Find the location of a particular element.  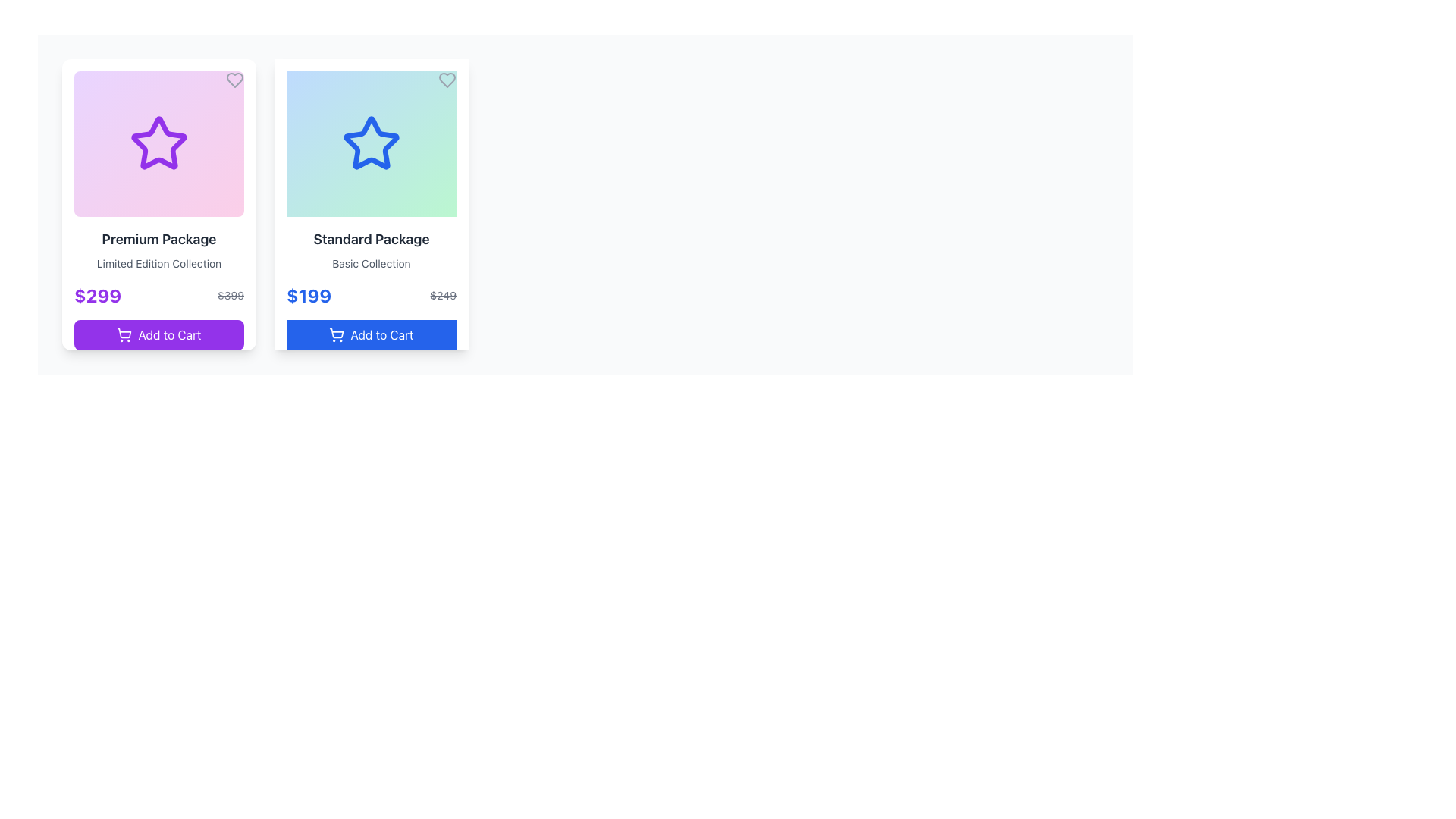

the primary pricing indicator for the 'Standard Package', located above the 'Add to Cart' button and to the left of the strikethrough price '$249' is located at coordinates (308, 295).